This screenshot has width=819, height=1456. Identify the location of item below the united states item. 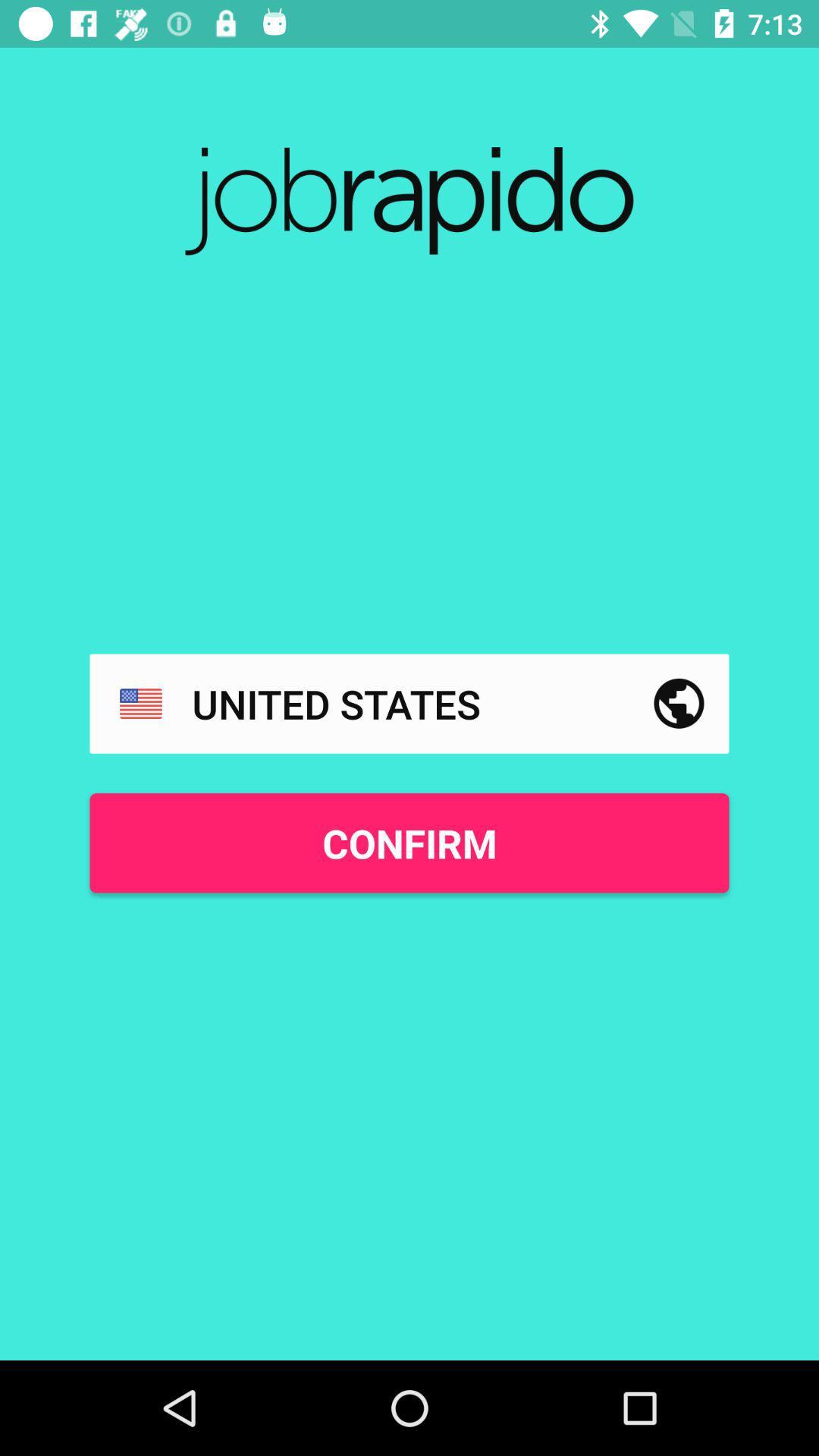
(409, 842).